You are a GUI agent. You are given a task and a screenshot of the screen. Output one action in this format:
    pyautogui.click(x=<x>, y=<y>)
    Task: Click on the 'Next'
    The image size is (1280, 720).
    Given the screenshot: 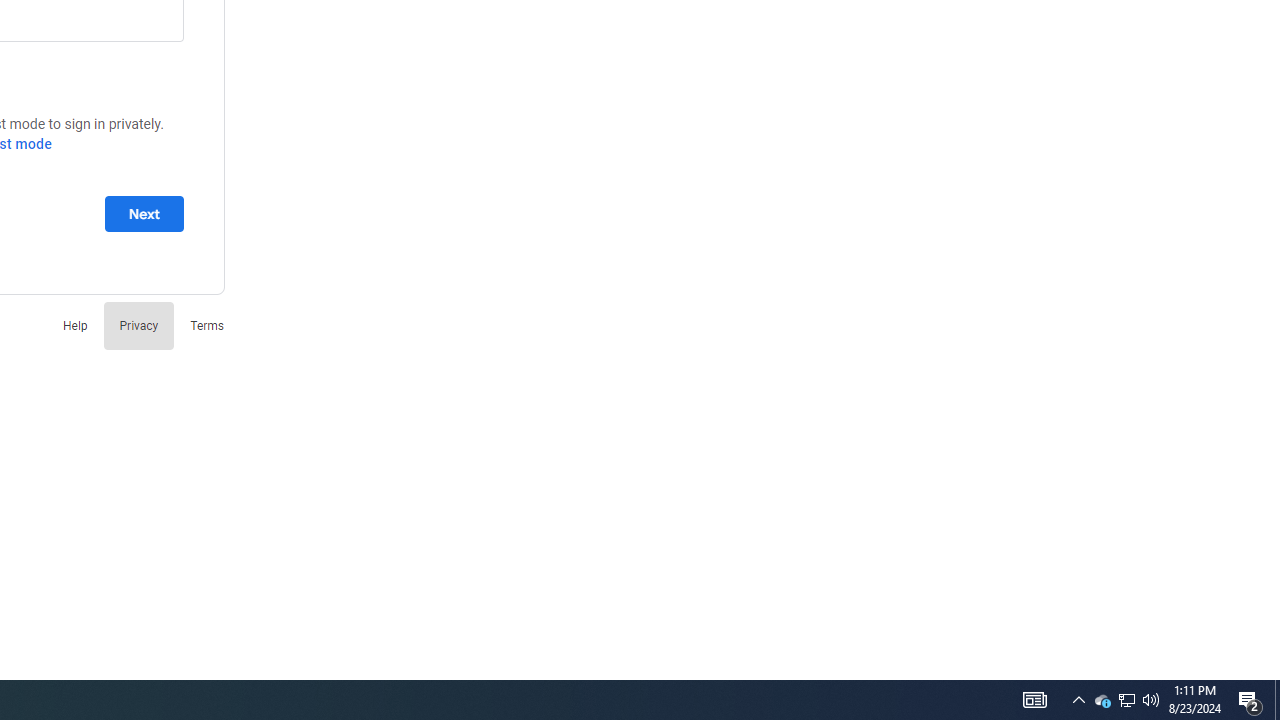 What is the action you would take?
    pyautogui.click(x=143, y=213)
    